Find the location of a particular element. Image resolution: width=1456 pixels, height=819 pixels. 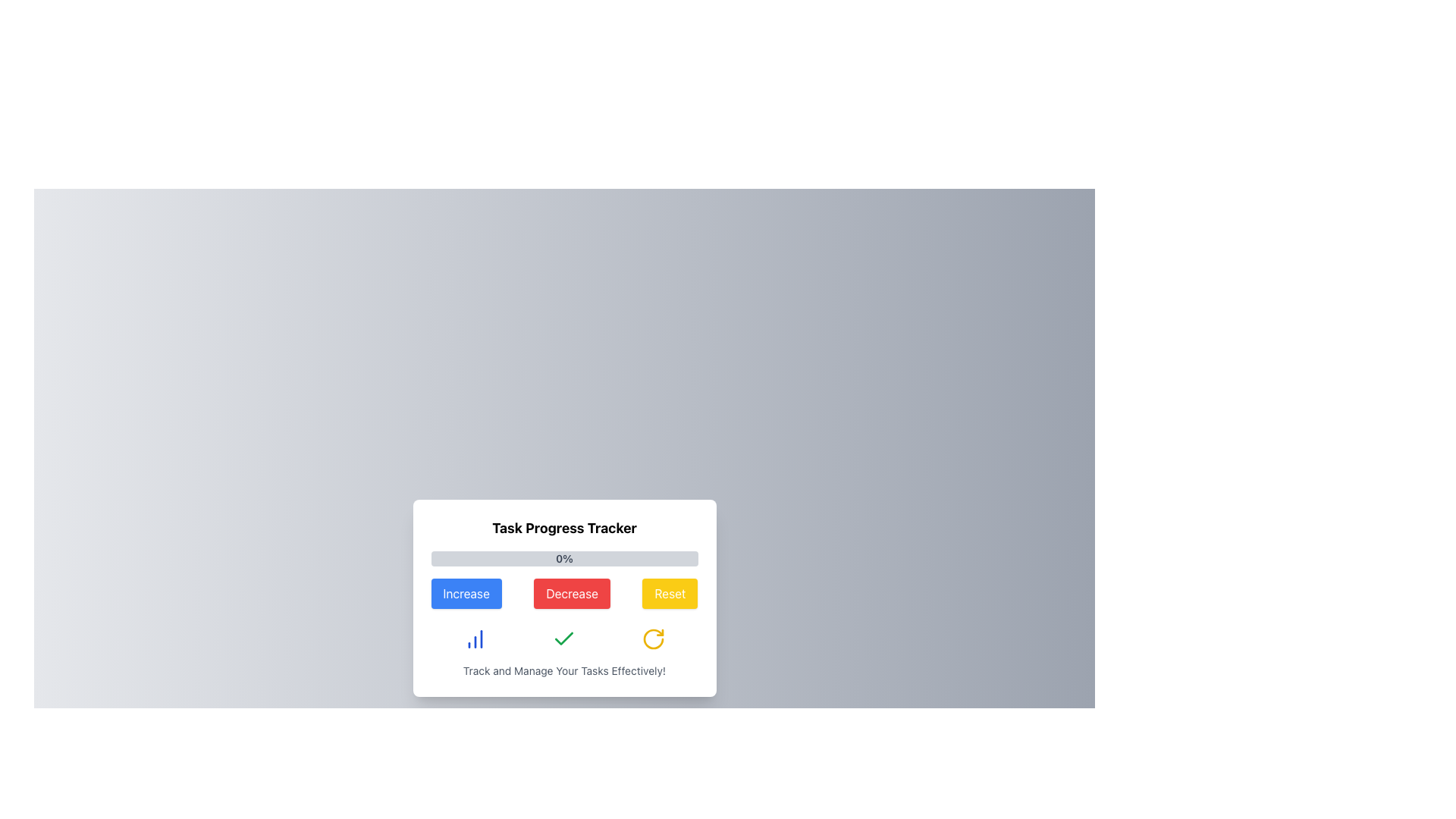

the green checkmark icon located in the lower section of the interface, positioned between the blue bar chart icon and the yellow circular arrow icon is located at coordinates (563, 639).